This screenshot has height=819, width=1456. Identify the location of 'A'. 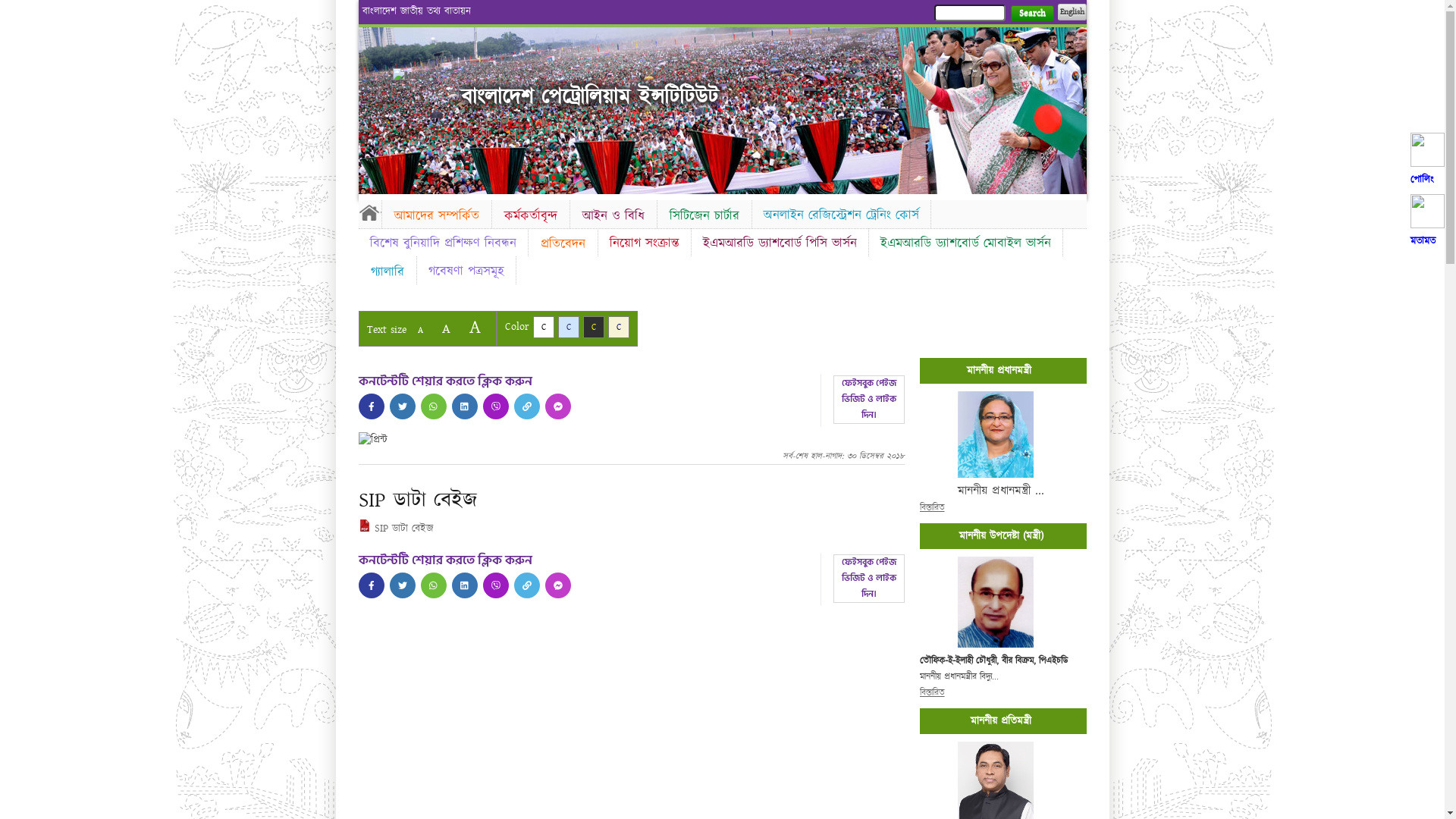
(409, 329).